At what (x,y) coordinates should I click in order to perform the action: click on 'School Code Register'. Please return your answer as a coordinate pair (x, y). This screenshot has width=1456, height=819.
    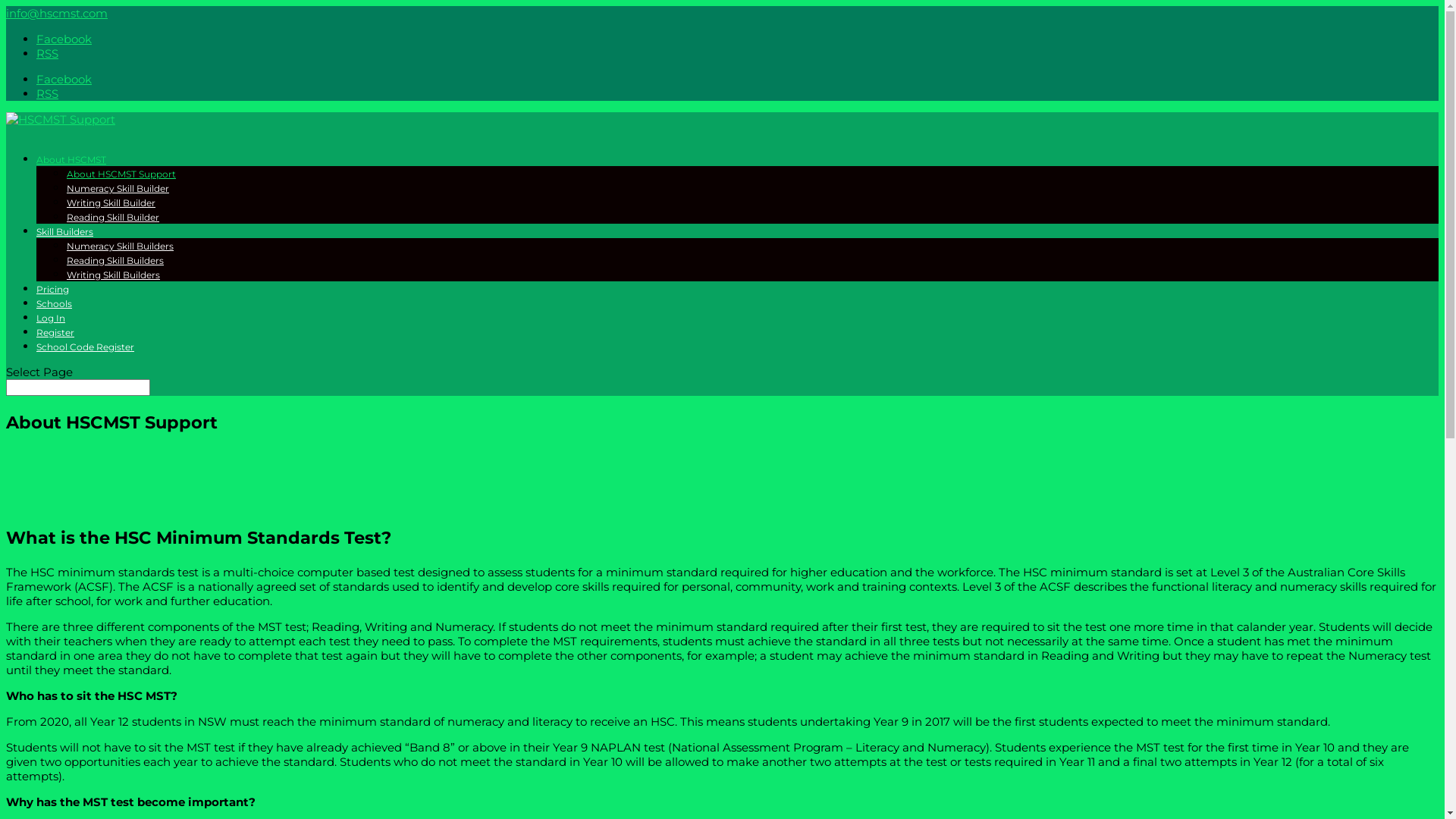
    Looking at the image, I should click on (84, 353).